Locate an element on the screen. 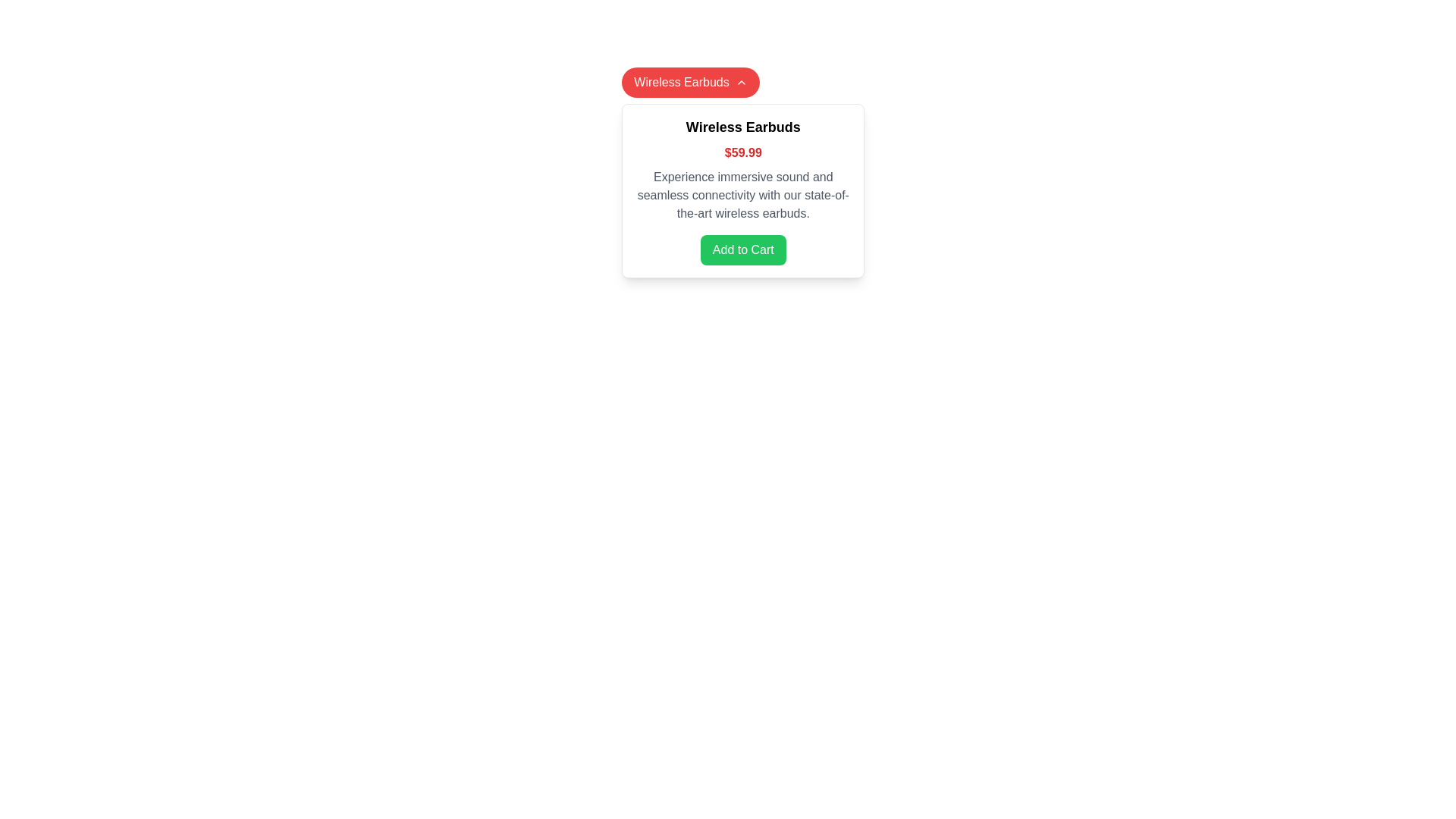 The image size is (1456, 819). the 'Add to Cart' green button located at the bottom of the product card is located at coordinates (743, 249).